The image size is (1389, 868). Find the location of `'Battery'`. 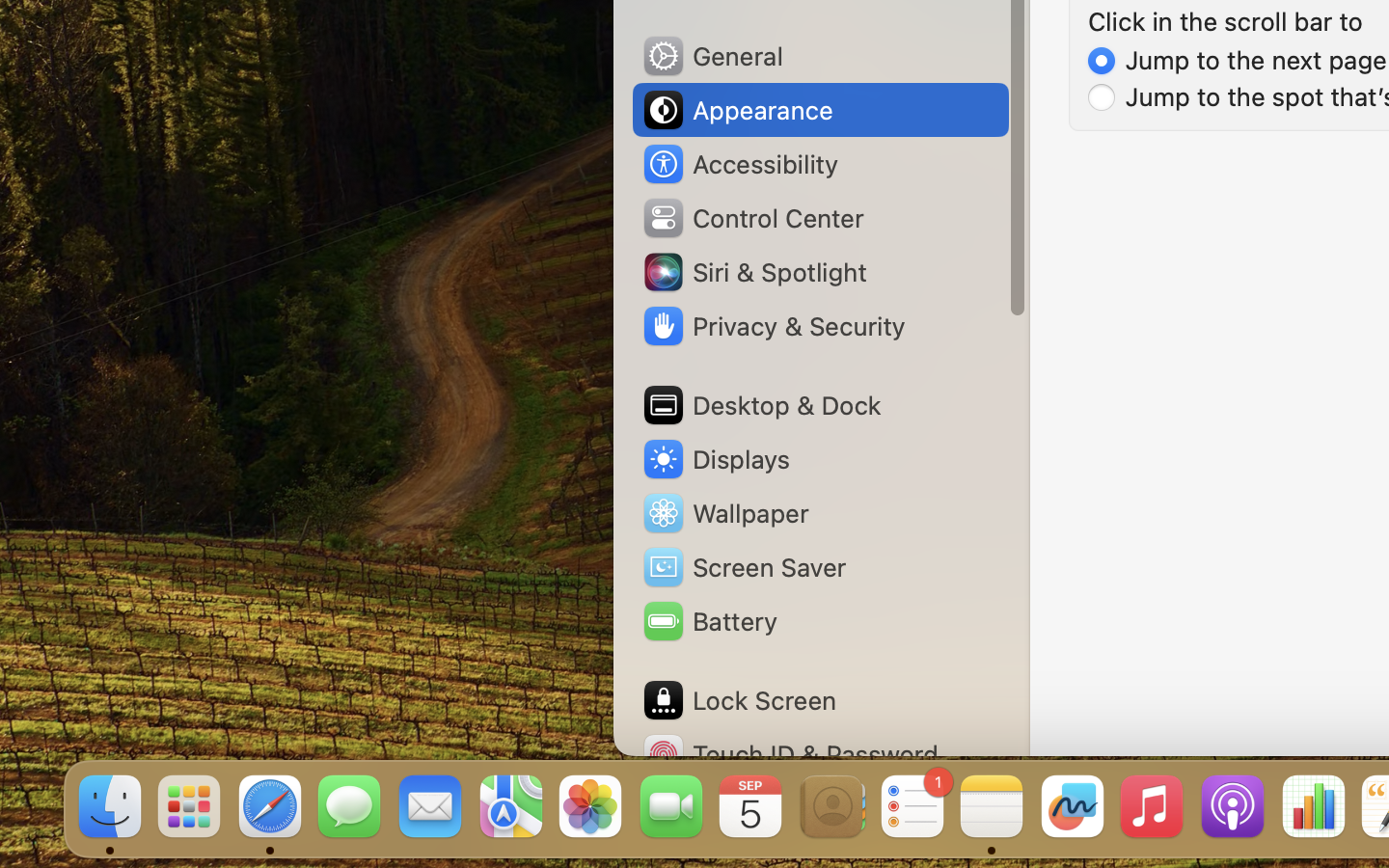

'Battery' is located at coordinates (707, 621).